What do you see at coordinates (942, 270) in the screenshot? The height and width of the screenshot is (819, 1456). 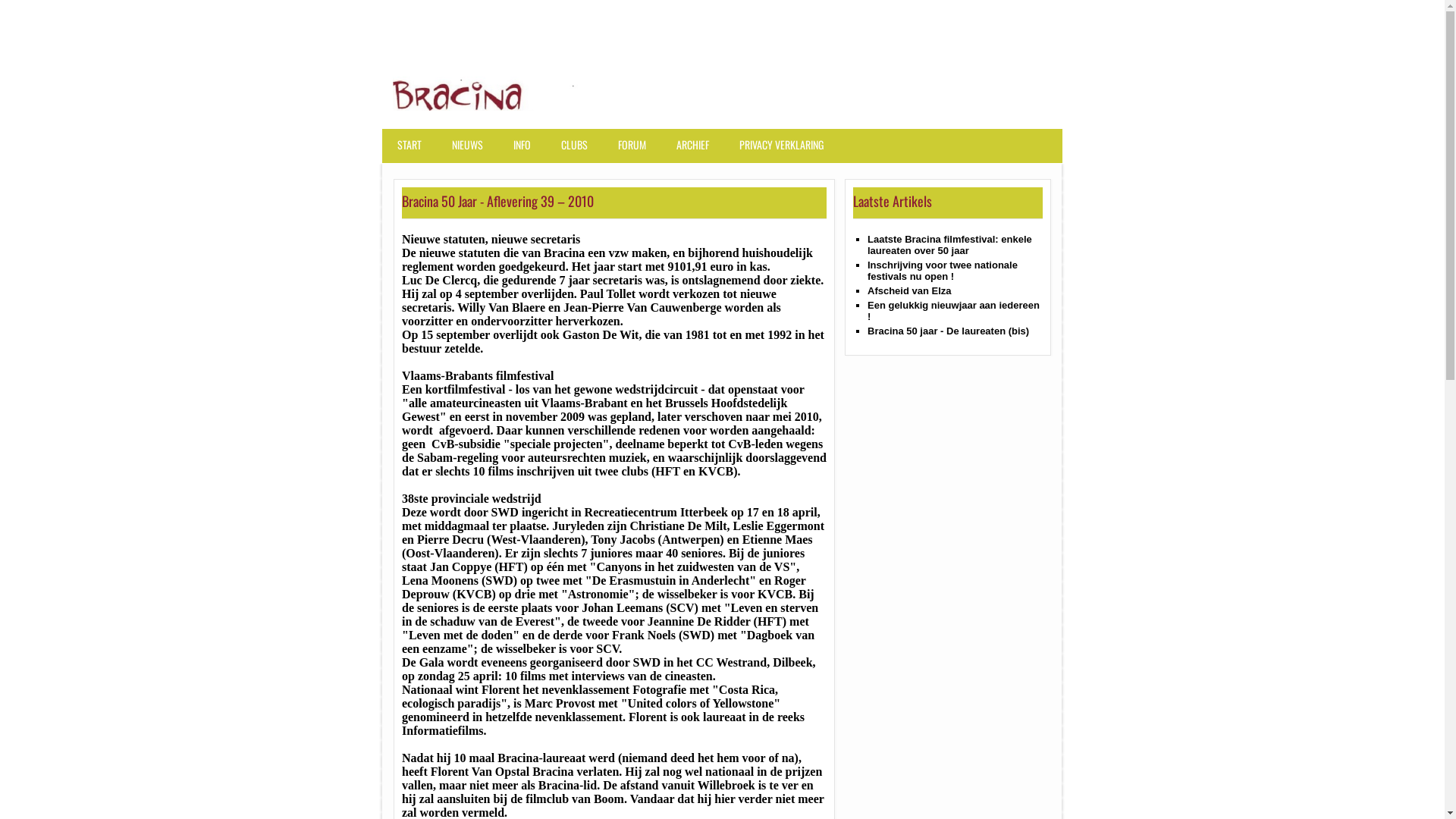 I see `'Inschrijving voor twee nationale festivals nu open !'` at bounding box center [942, 270].